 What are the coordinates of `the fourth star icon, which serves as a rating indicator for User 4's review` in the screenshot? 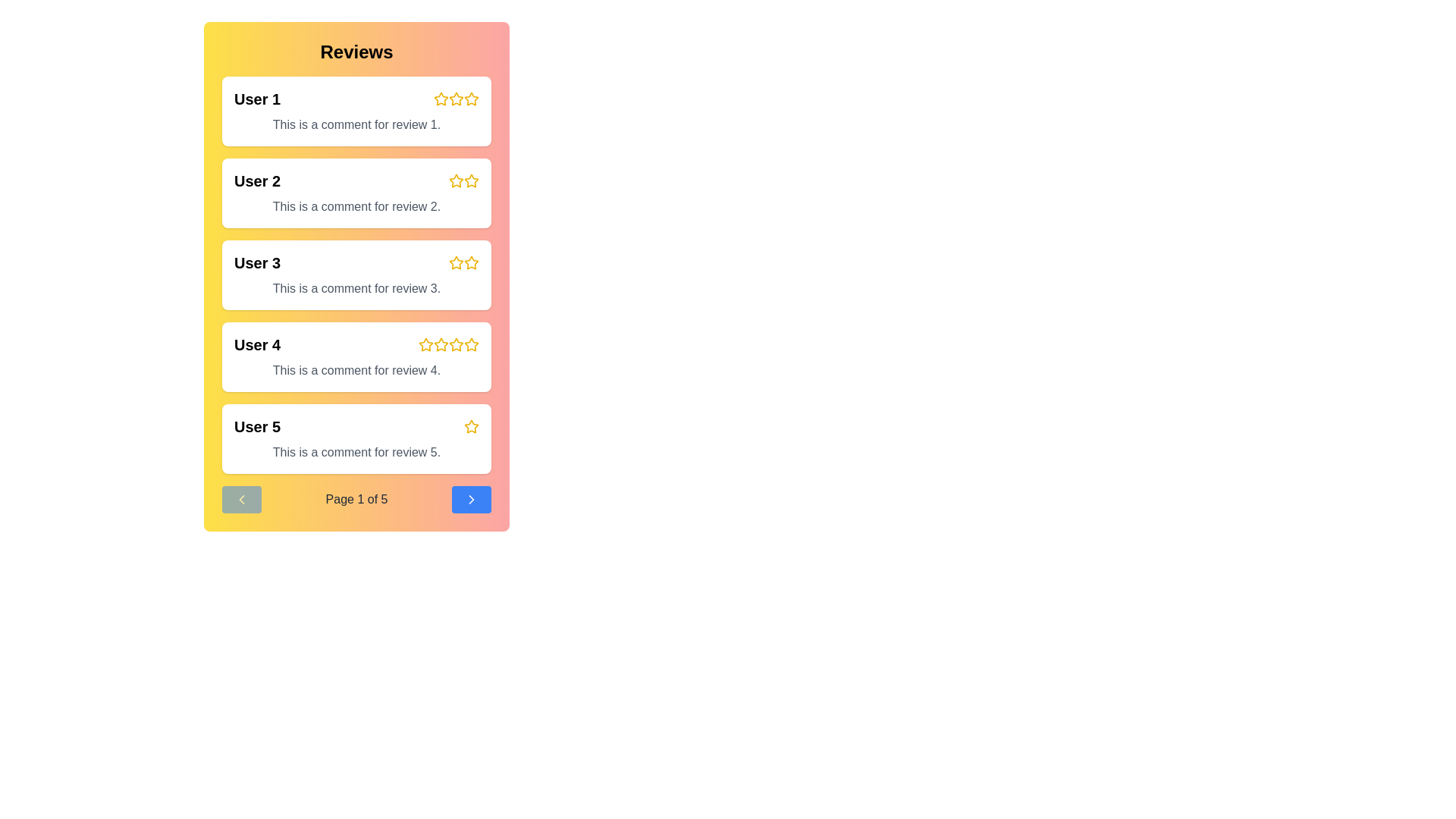 It's located at (455, 345).